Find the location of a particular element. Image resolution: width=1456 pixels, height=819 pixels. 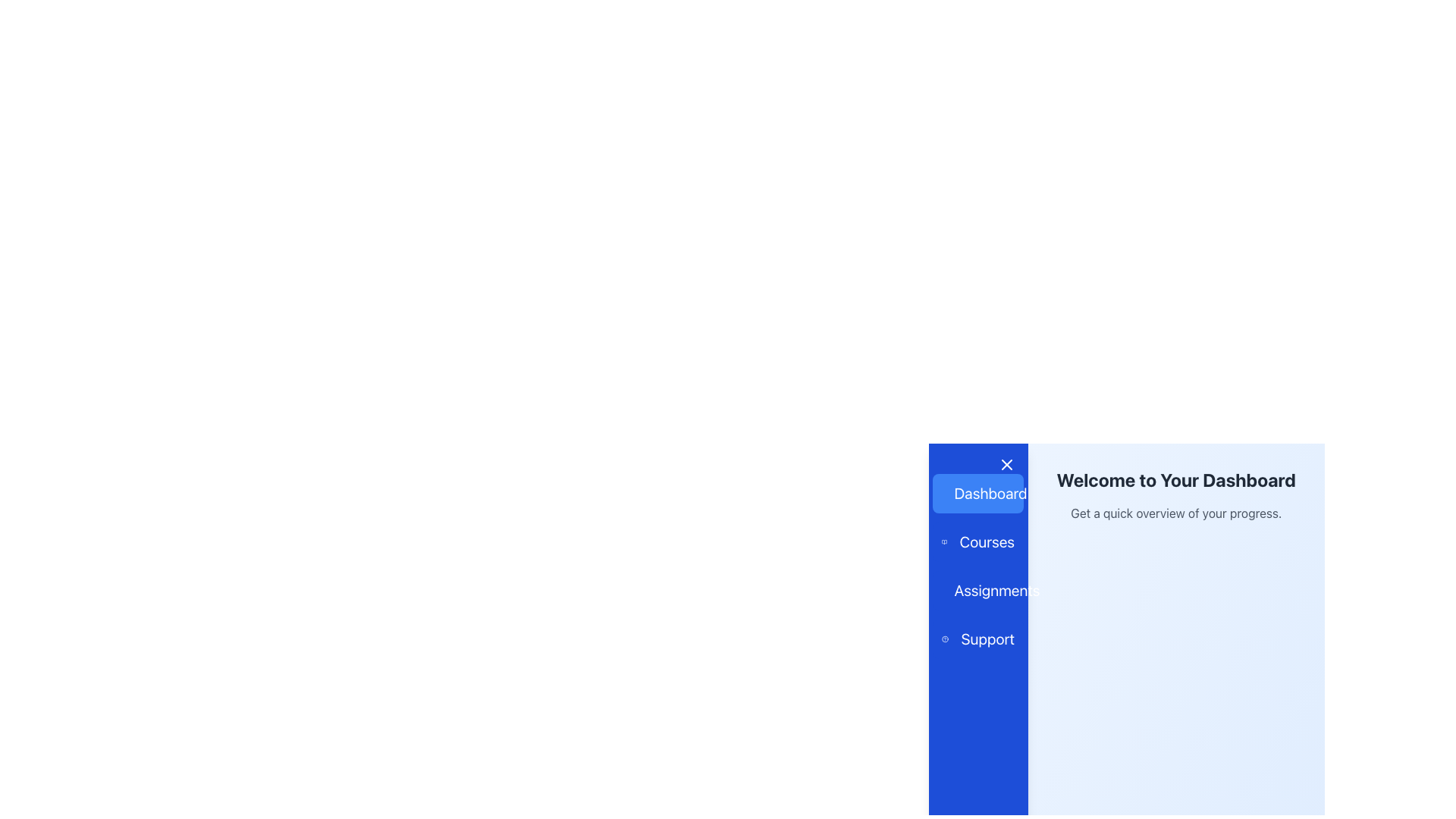

the 'Support' button, which is a rectangular button with a rounded blue background, displaying white text and a help icon, located at the bottom of the navigation options list is located at coordinates (978, 639).